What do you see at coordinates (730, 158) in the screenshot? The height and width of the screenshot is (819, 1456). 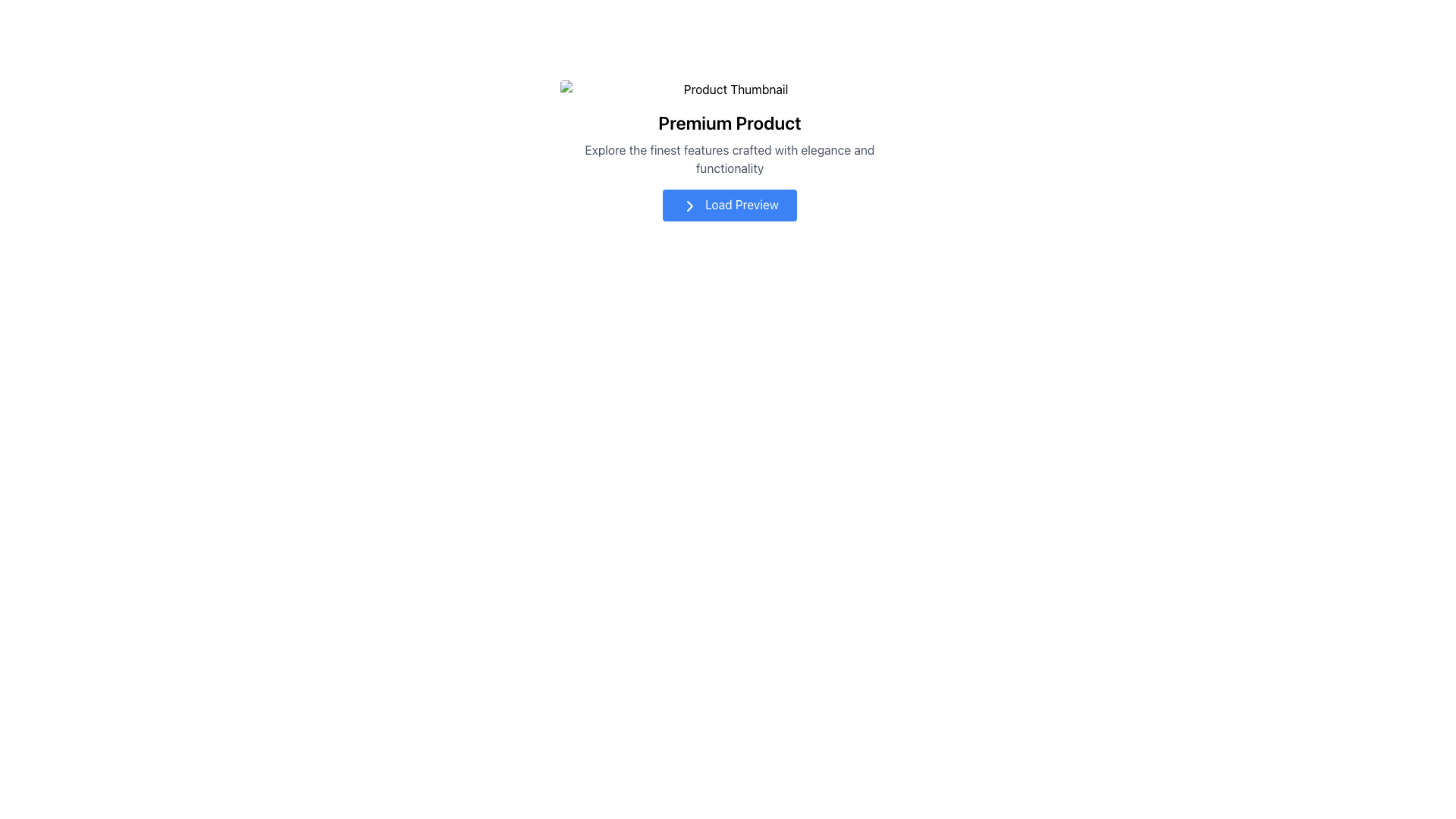 I see `the Static Text element that reads 'Explore the finest features crafted with elegance and functionality', which is styled in gray and positioned below 'Premium Product' and above the 'Load Preview' button` at bounding box center [730, 158].